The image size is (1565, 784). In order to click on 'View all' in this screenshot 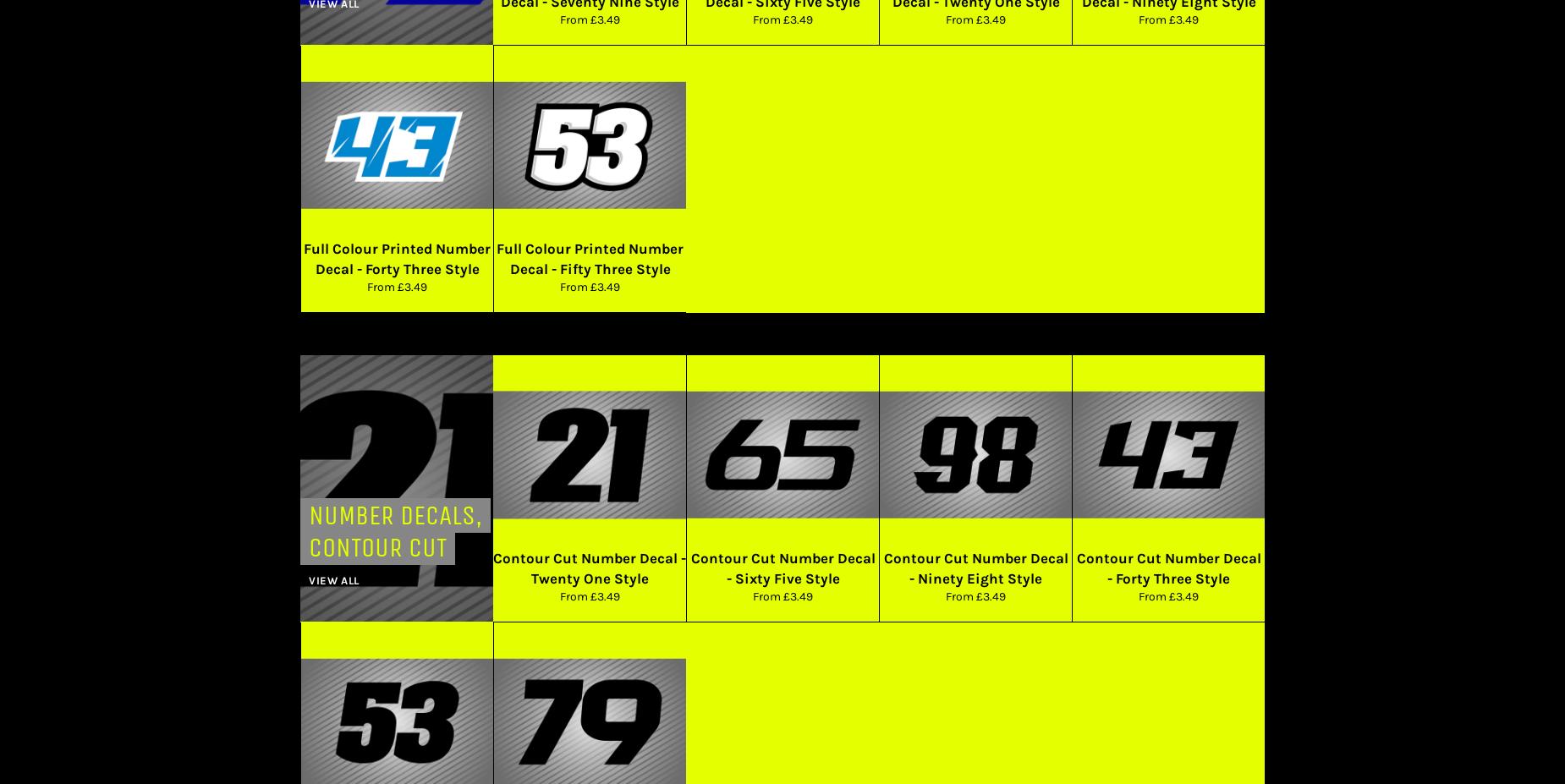, I will do `click(332, 578)`.